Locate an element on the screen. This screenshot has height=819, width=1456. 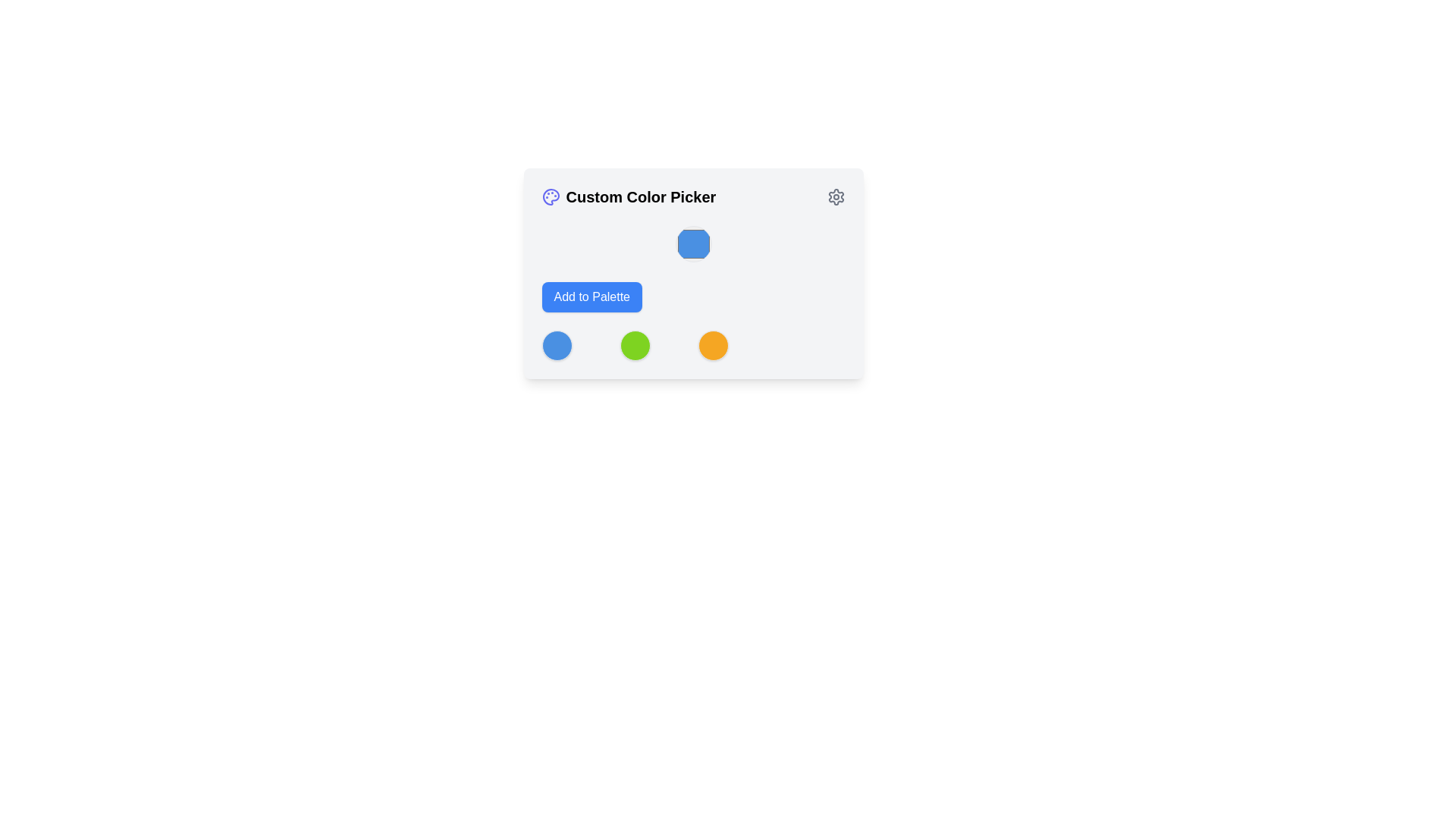
the second circular color selection button representing green within the 'Custom Color Picker' layout is located at coordinates (635, 345).